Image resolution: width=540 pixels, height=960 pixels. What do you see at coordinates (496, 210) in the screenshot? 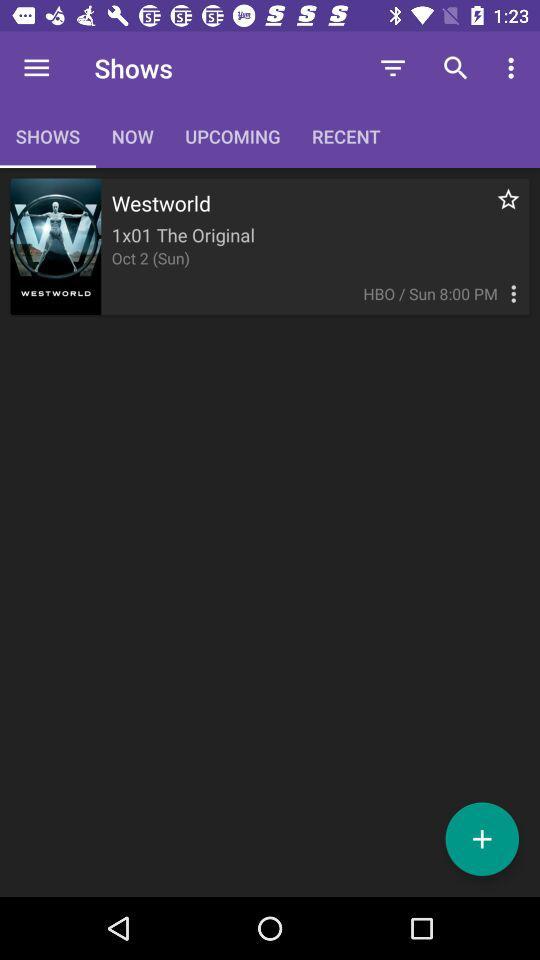
I see `item next to westworld item` at bounding box center [496, 210].